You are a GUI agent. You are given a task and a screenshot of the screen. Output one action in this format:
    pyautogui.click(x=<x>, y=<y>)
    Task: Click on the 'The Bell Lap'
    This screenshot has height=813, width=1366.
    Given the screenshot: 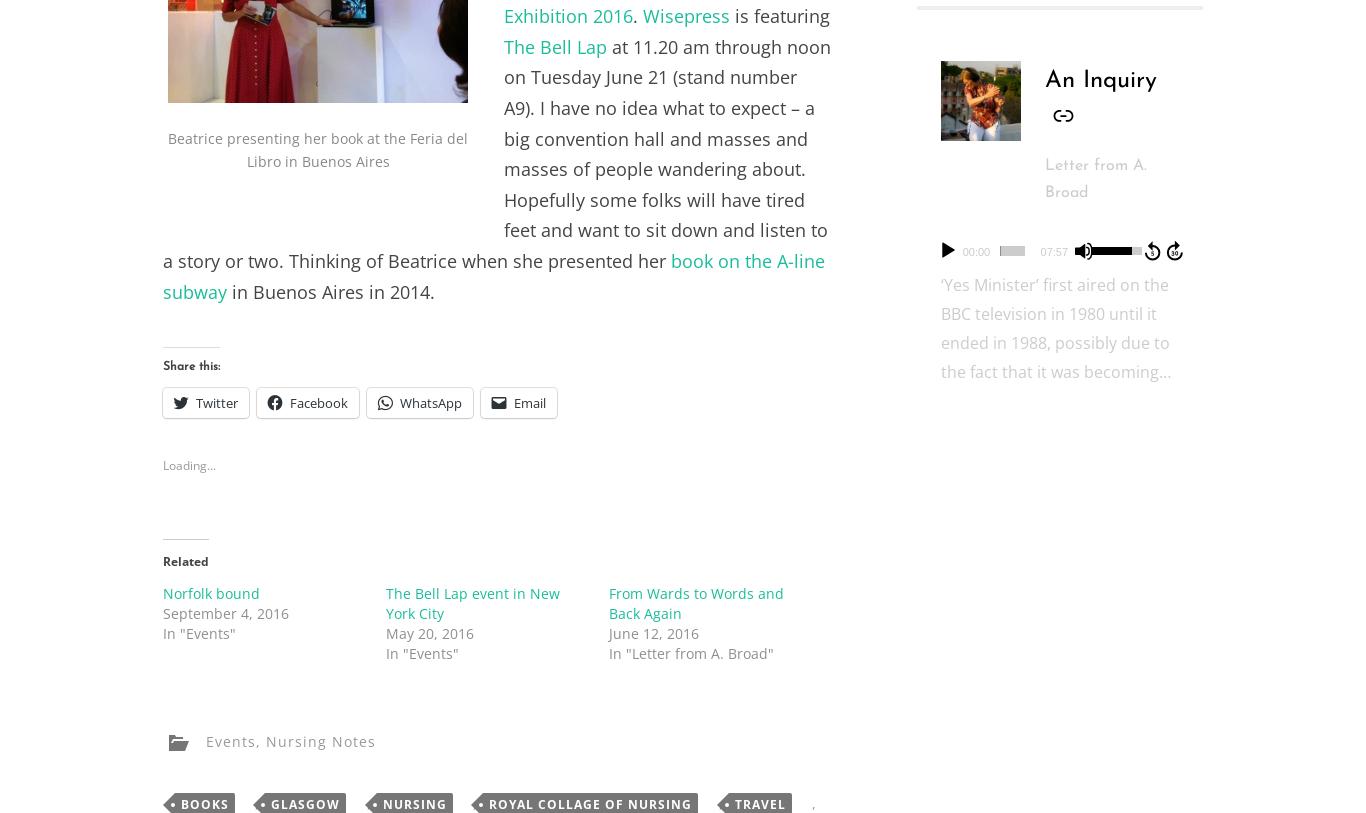 What is the action you would take?
    pyautogui.click(x=502, y=45)
    